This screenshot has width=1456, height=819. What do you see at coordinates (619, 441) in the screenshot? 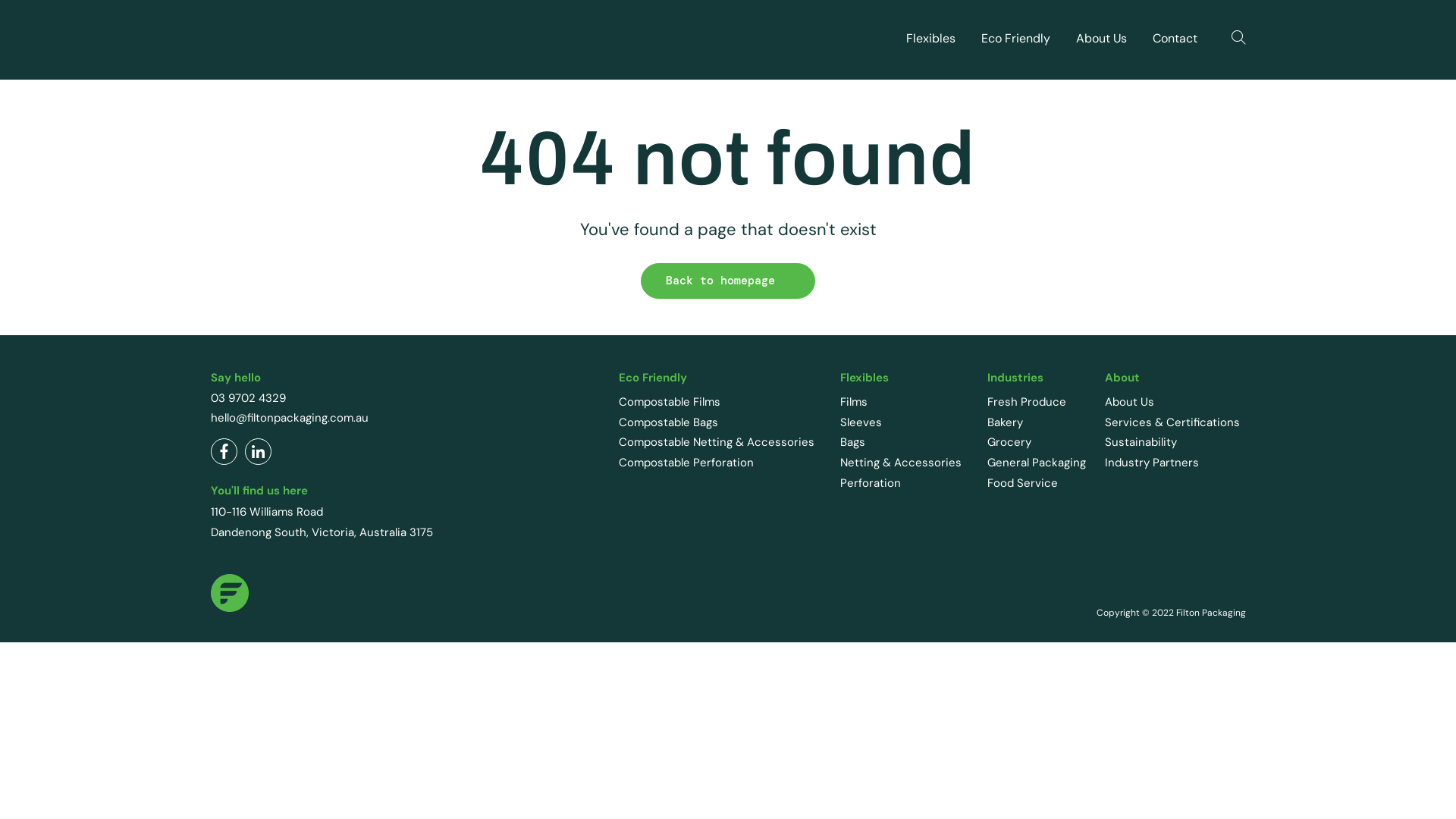
I see `'Compostable Netting & Accessories'` at bounding box center [619, 441].